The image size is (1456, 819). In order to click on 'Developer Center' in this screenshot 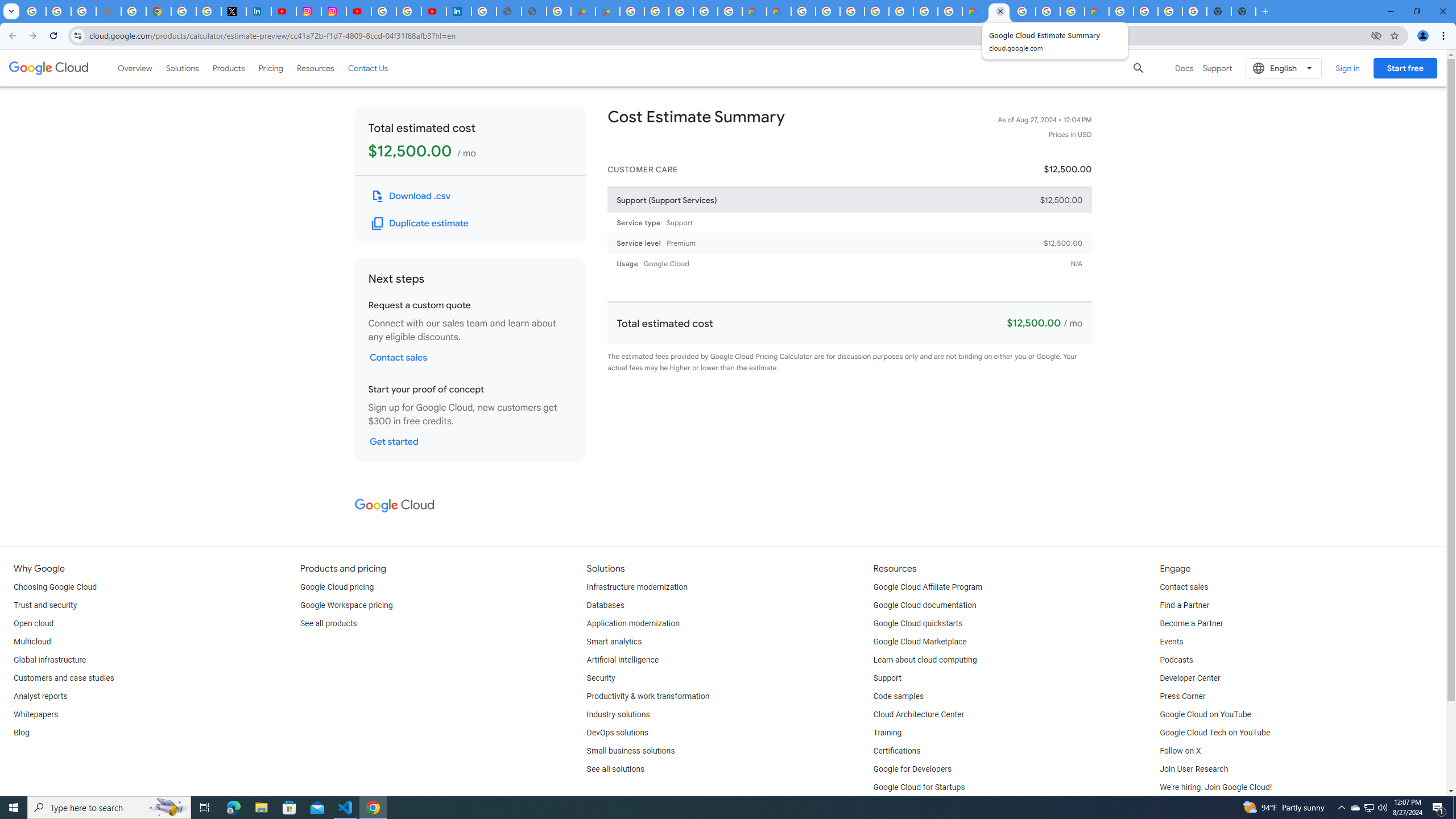, I will do `click(1189, 678)`.